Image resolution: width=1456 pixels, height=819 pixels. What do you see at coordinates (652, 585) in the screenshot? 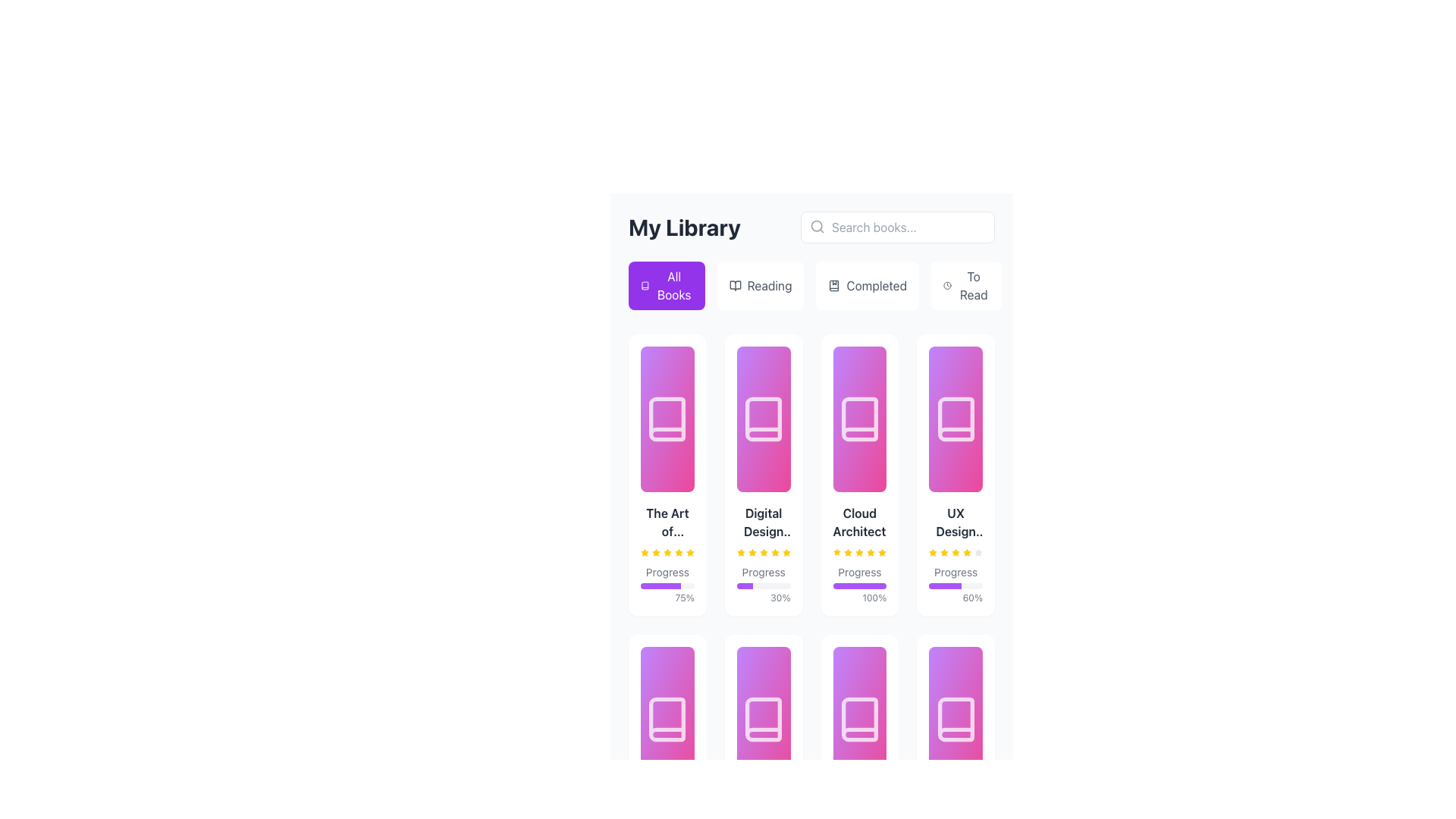
I see `progress bar` at bounding box center [652, 585].